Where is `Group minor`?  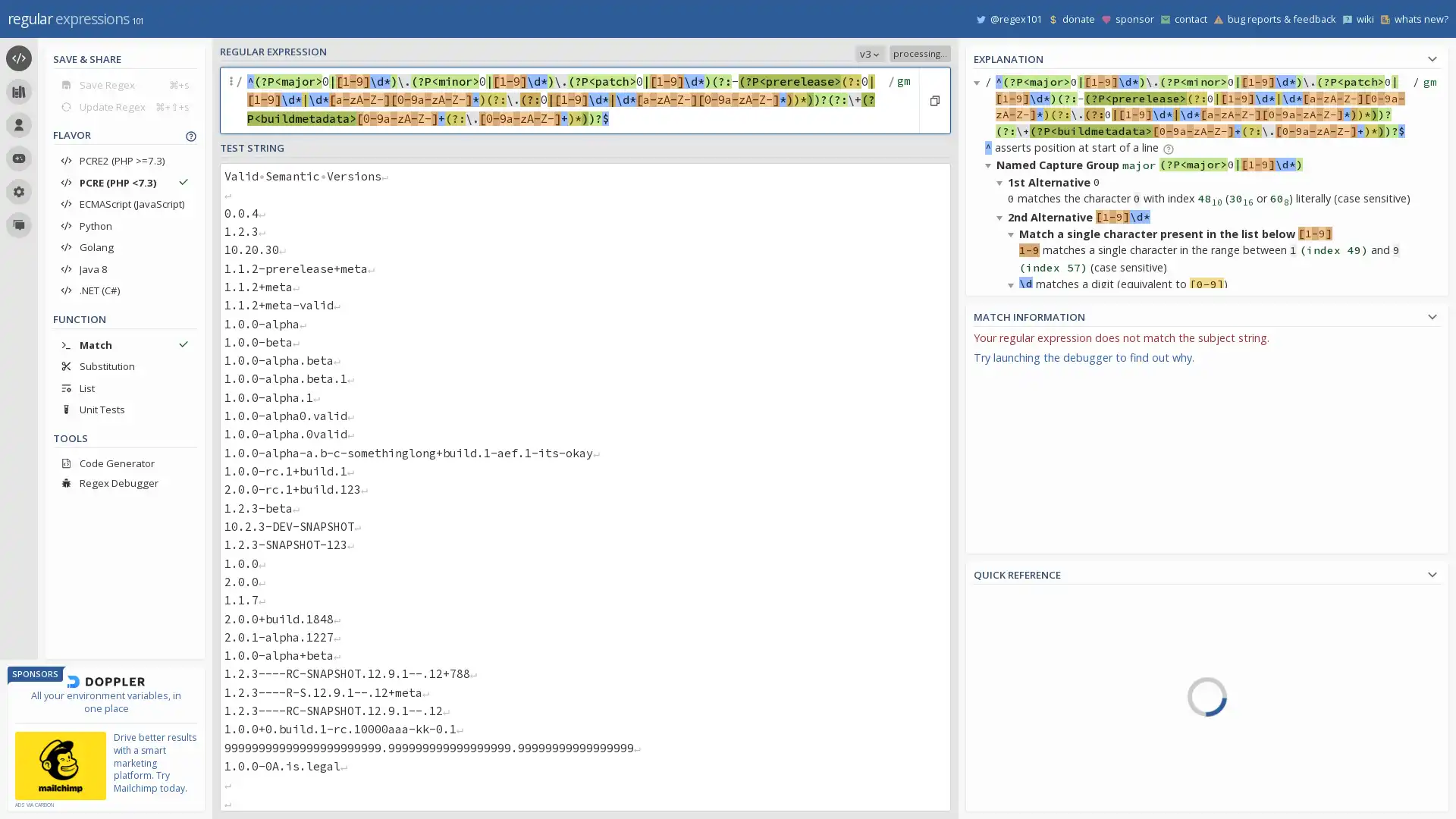
Group minor is located at coordinates (1014, 403).